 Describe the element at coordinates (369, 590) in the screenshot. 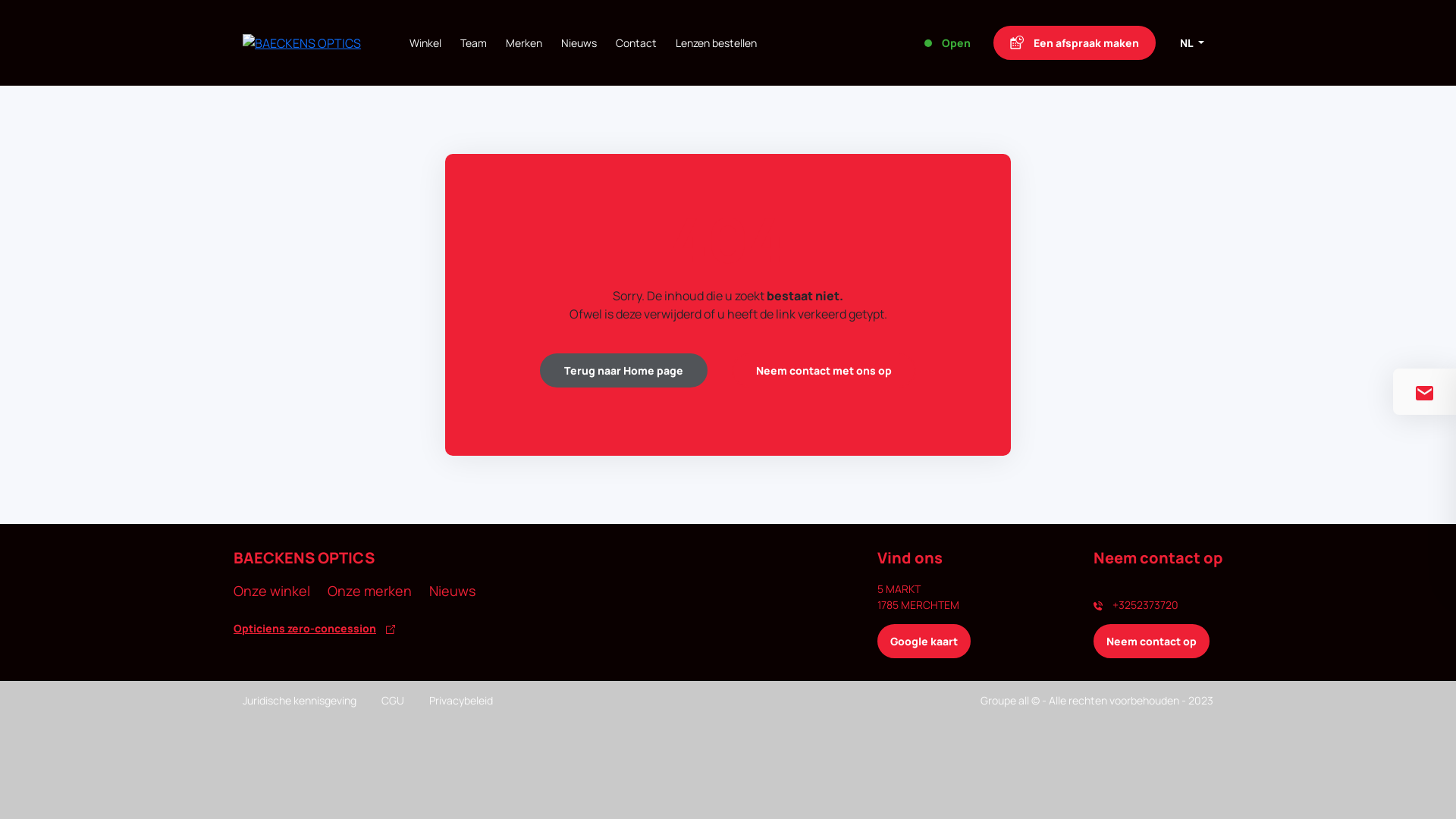

I see `'Onze merken'` at that location.